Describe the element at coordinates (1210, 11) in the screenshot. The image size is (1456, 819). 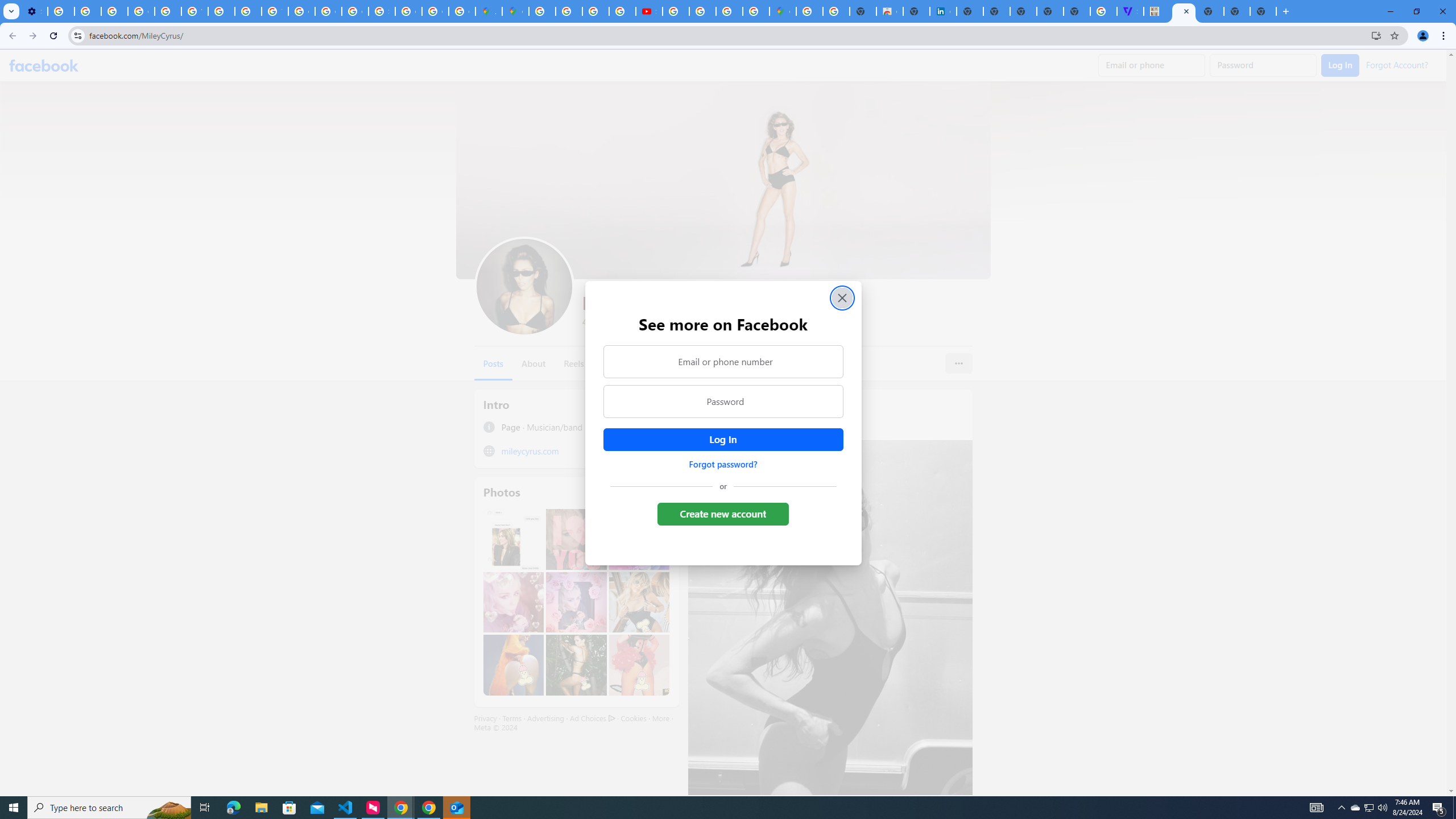
I see `'New Tab'` at that location.